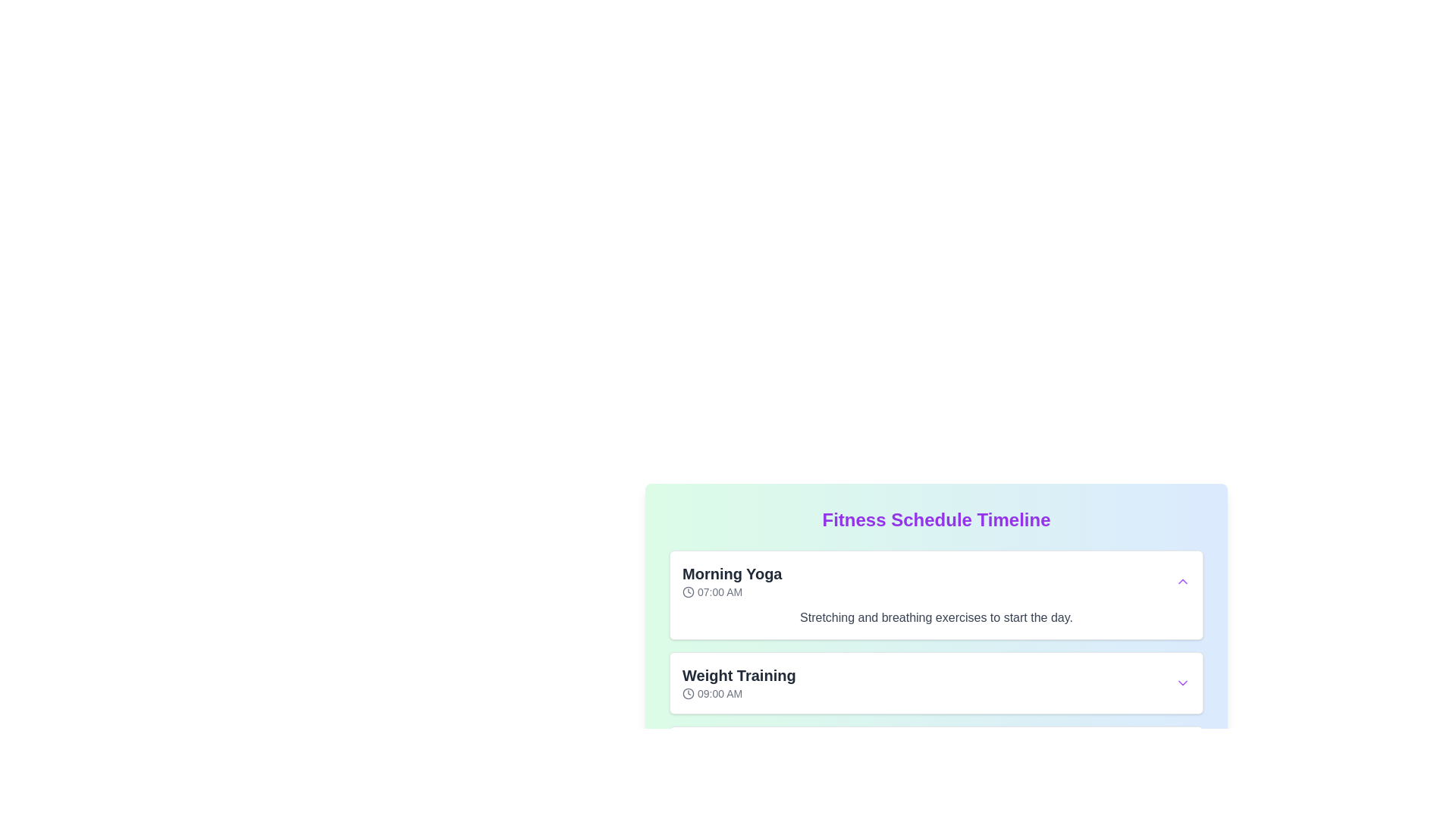 Image resolution: width=1456 pixels, height=819 pixels. What do you see at coordinates (1182, 683) in the screenshot?
I see `the dropdown toggle icon button located to the right of the '09:00 AM' text` at bounding box center [1182, 683].